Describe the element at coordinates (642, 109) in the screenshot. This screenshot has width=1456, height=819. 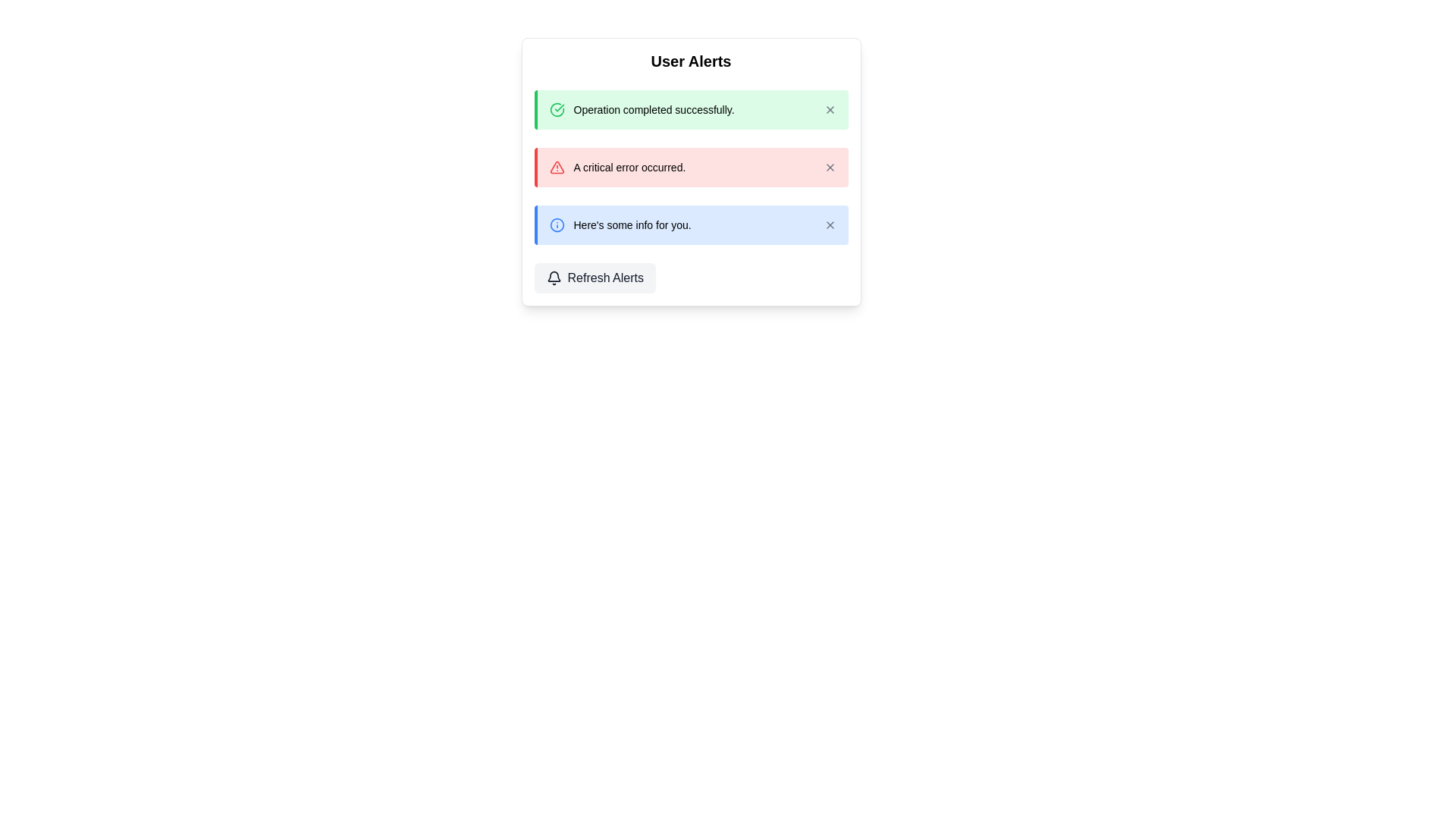
I see `status message displayed at the top of the notification area, which indicates a successful operation with an icon and text` at that location.